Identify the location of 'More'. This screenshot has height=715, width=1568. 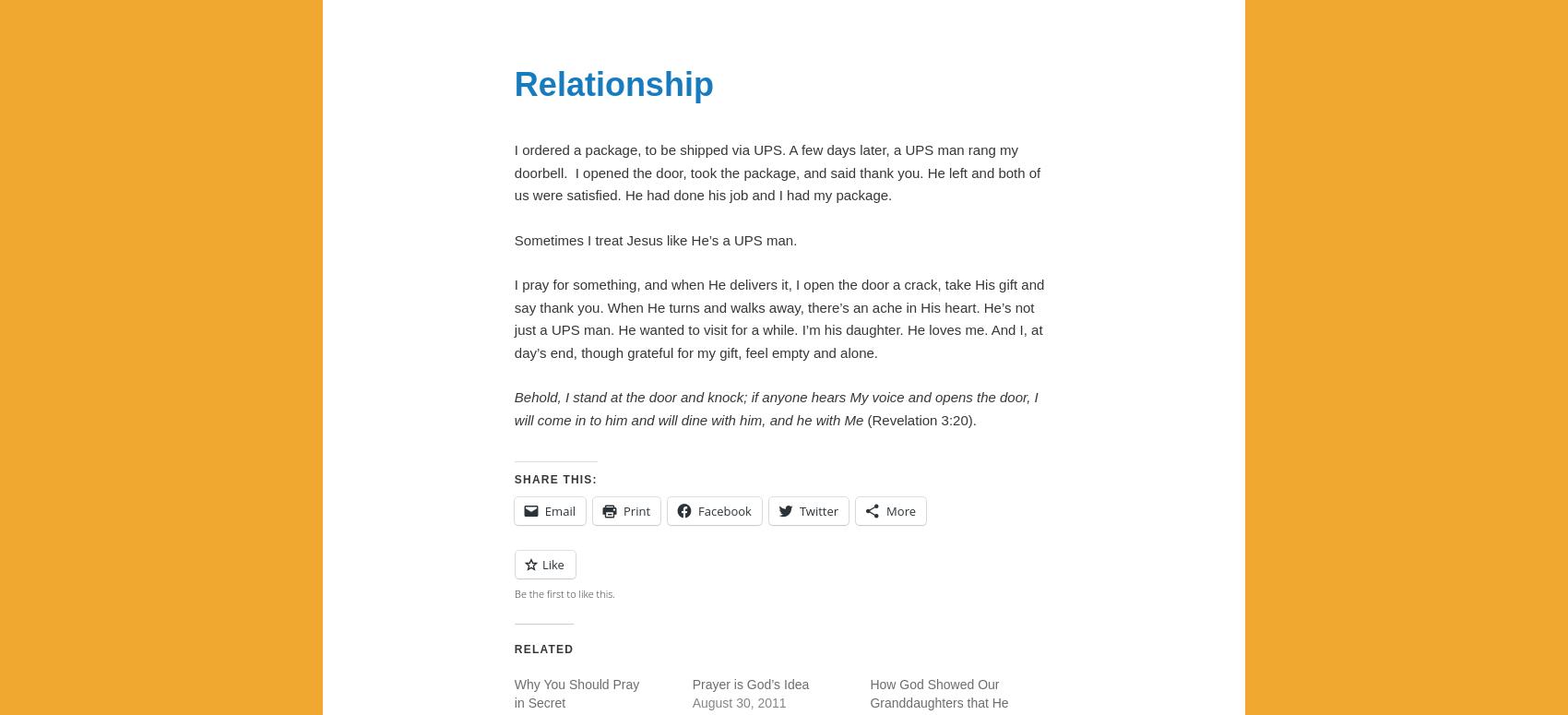
(899, 510).